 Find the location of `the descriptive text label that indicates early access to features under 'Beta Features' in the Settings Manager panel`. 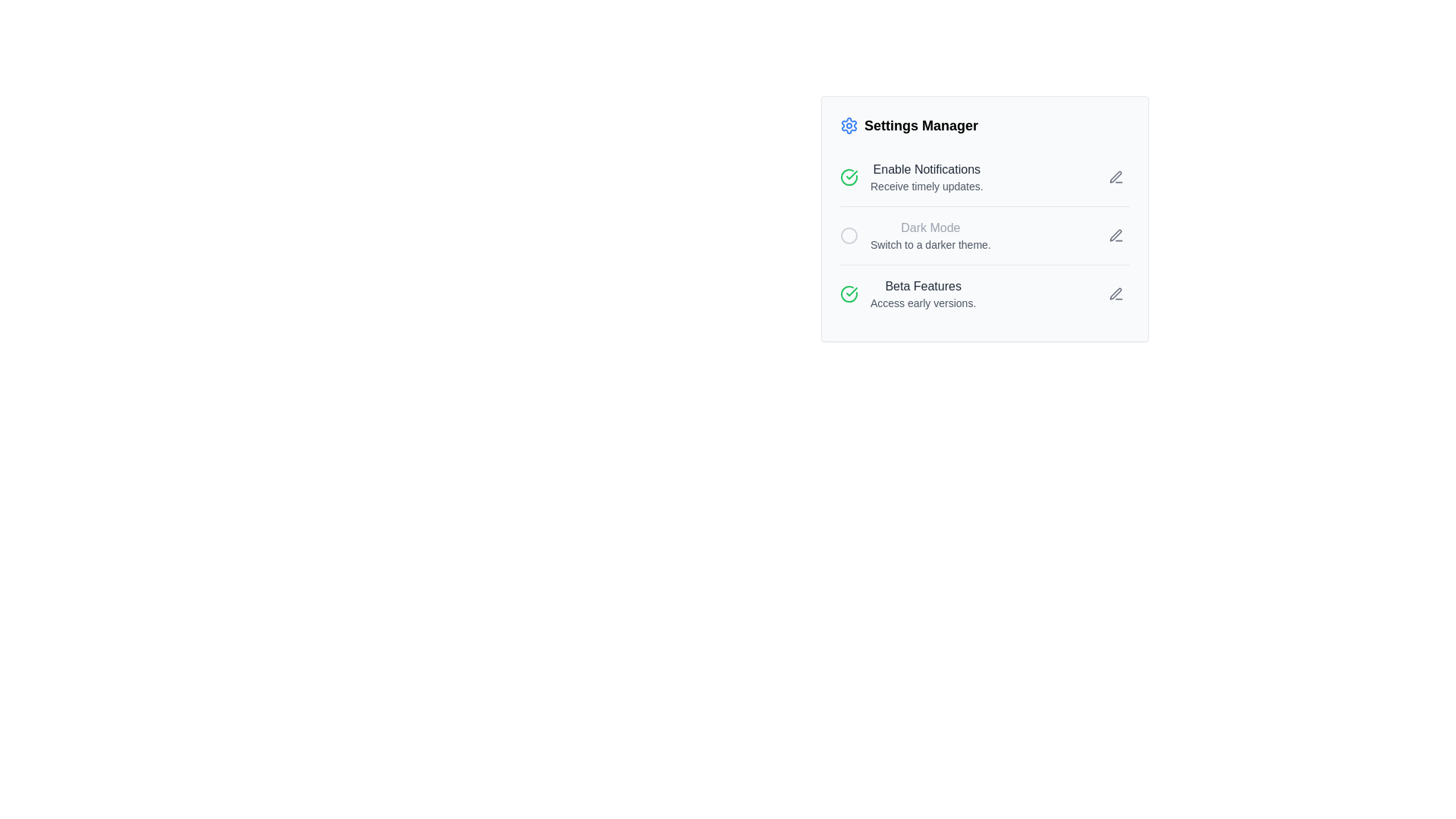

the descriptive text label that indicates early access to features under 'Beta Features' in the Settings Manager panel is located at coordinates (922, 303).